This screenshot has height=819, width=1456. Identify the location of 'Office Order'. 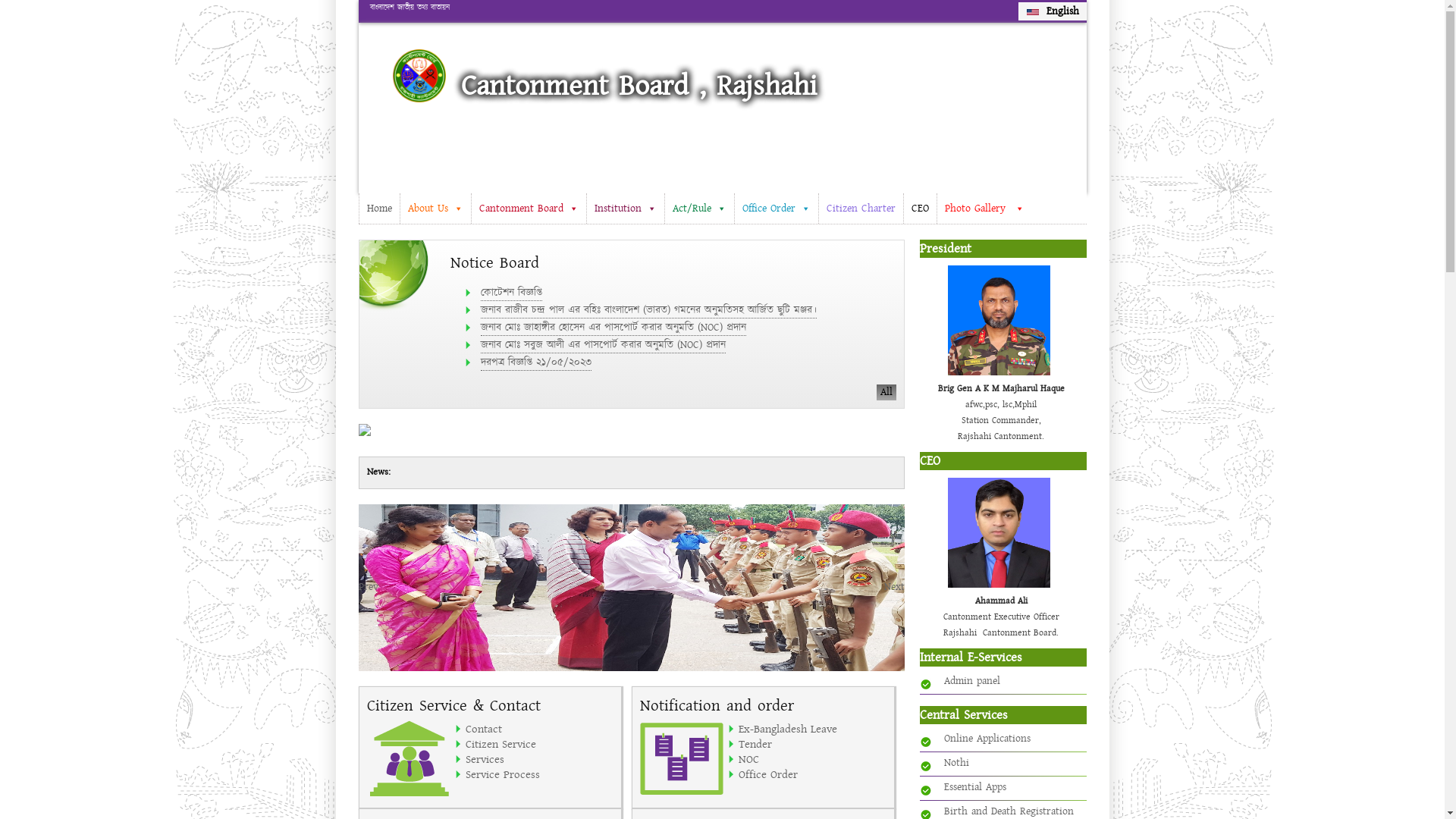
(811, 774).